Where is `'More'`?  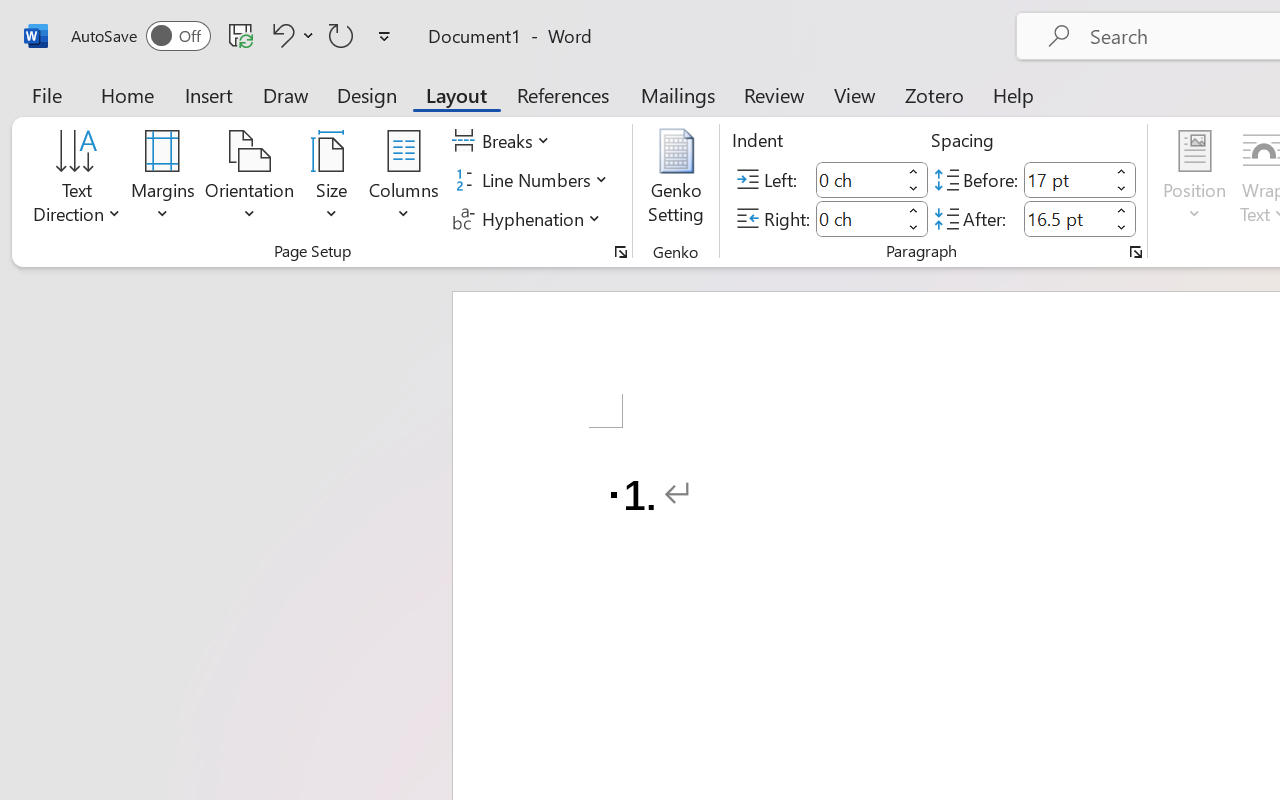 'More' is located at coordinates (1121, 210).